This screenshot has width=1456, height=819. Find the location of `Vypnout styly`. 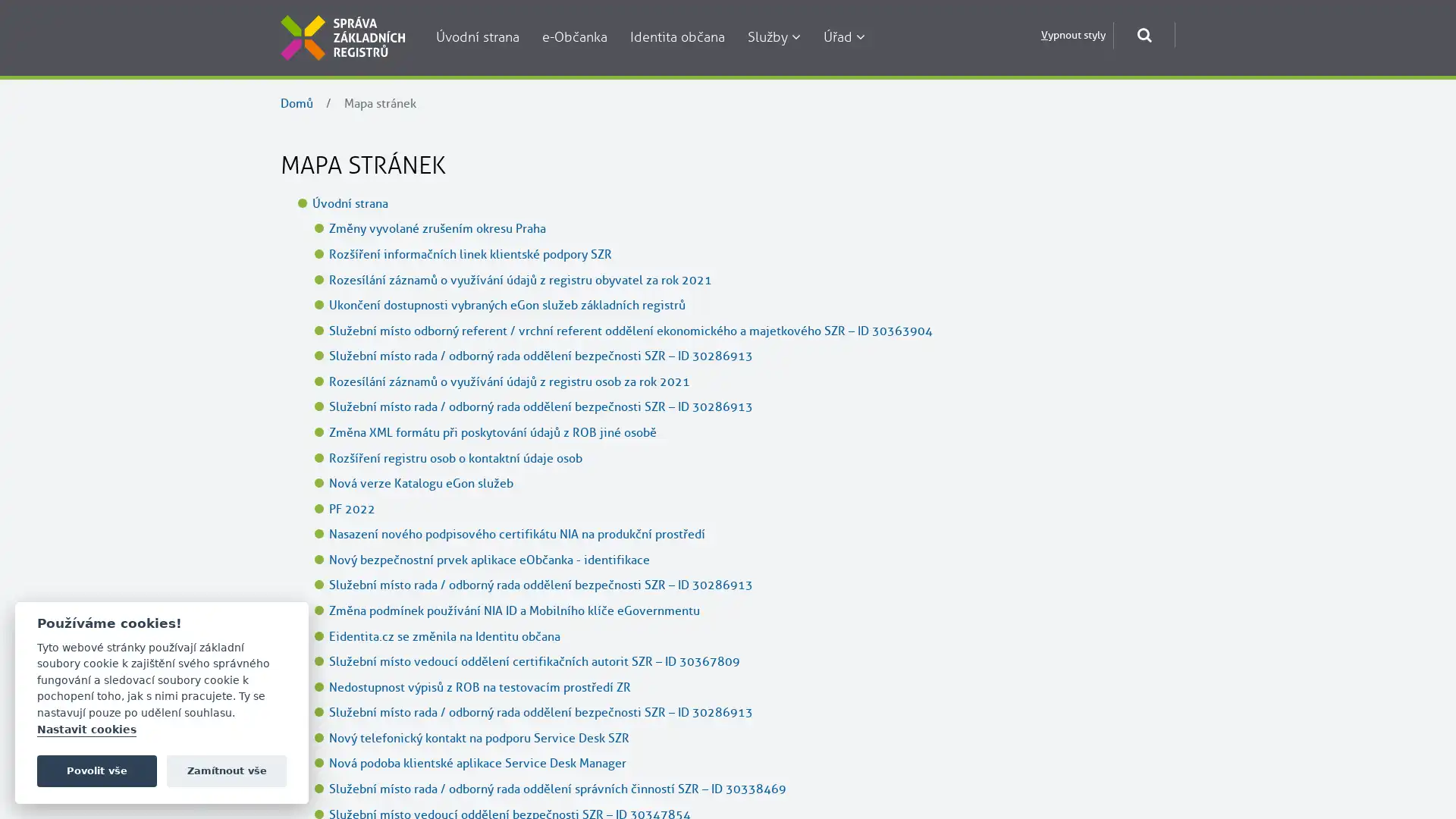

Vypnout styly is located at coordinates (1072, 34).